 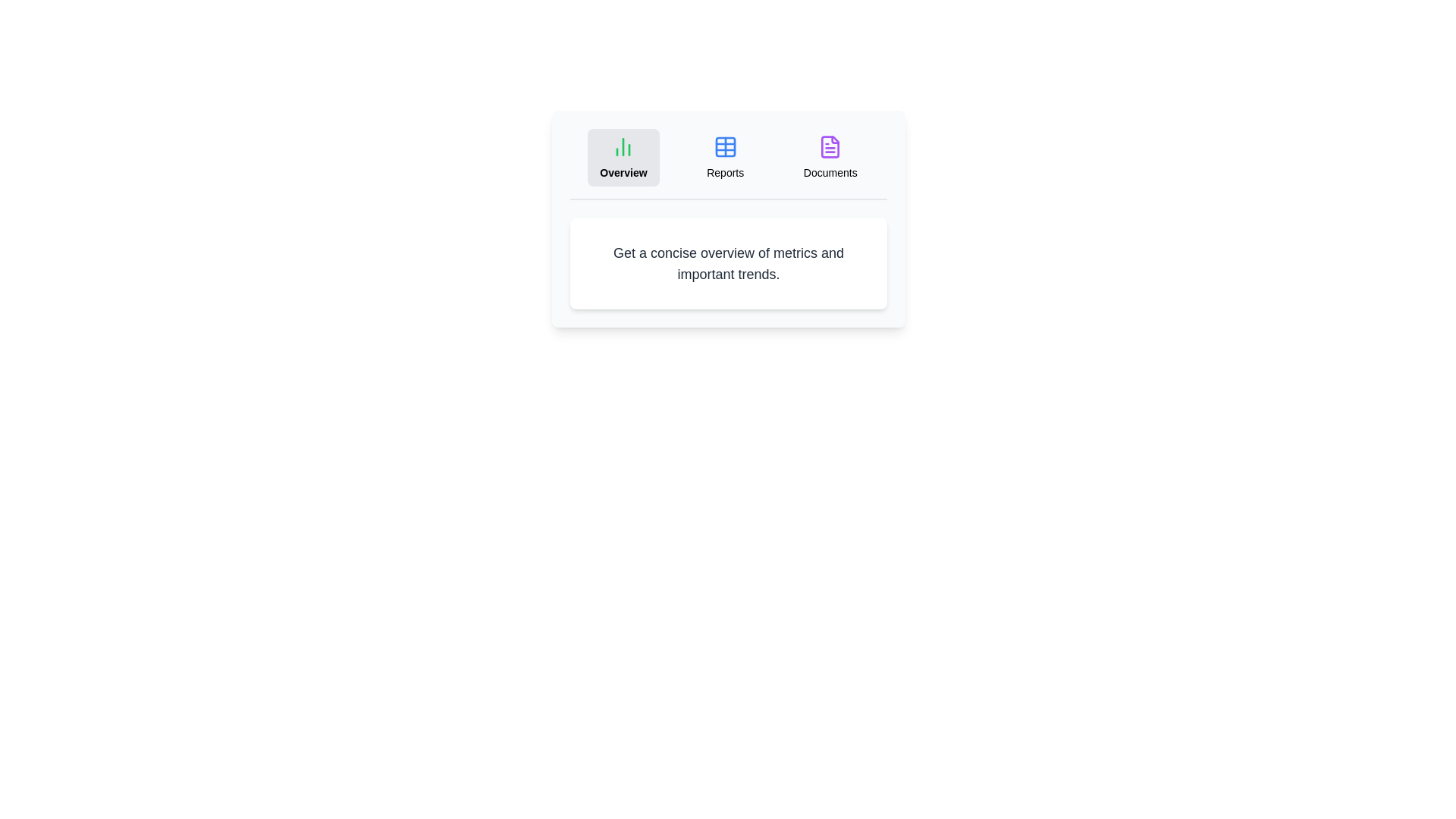 What do you see at coordinates (723, 146) in the screenshot?
I see `the icon of the Reports tab` at bounding box center [723, 146].